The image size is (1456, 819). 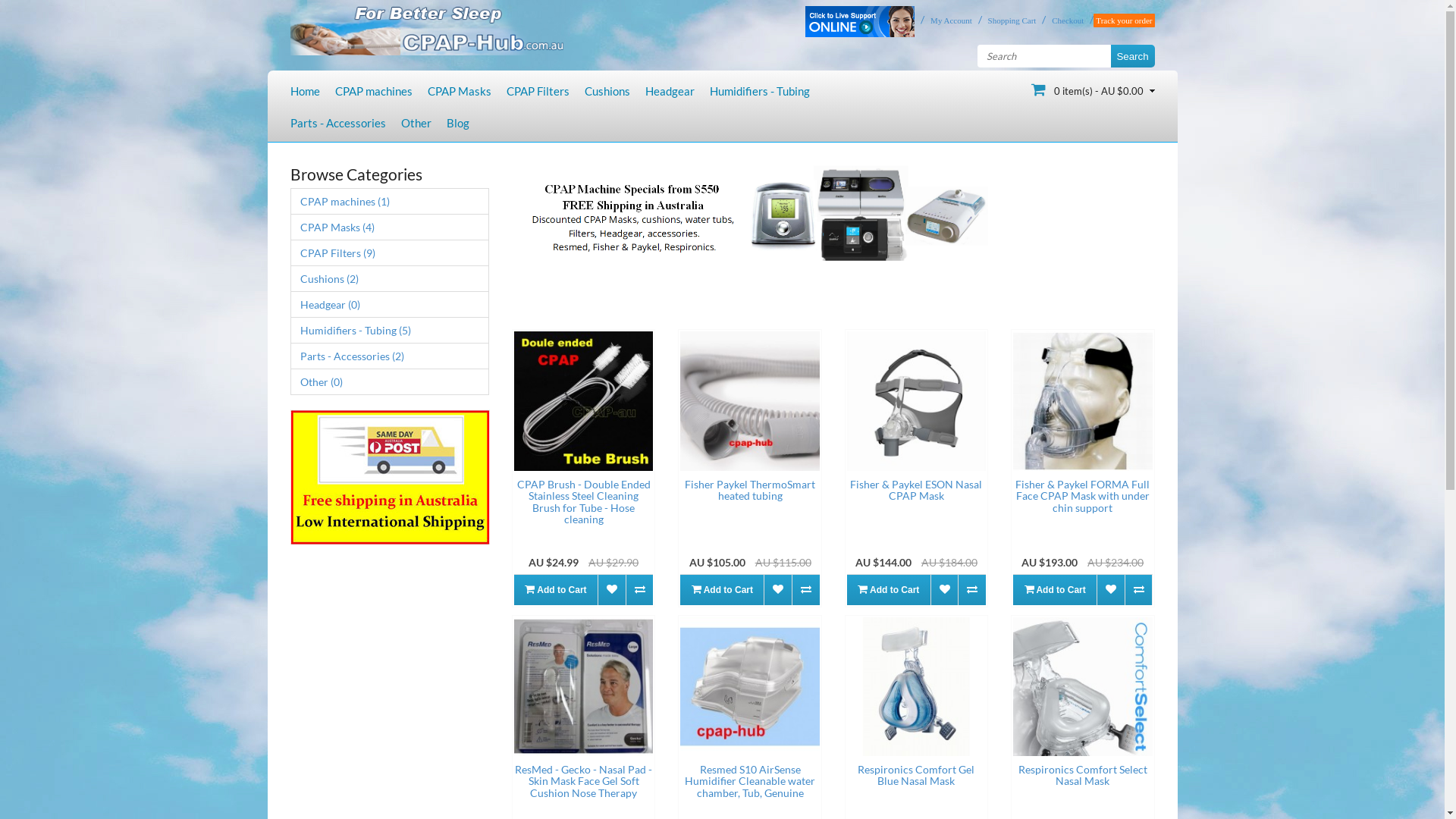 What do you see at coordinates (389, 227) in the screenshot?
I see `'CPAP Masks (4)'` at bounding box center [389, 227].